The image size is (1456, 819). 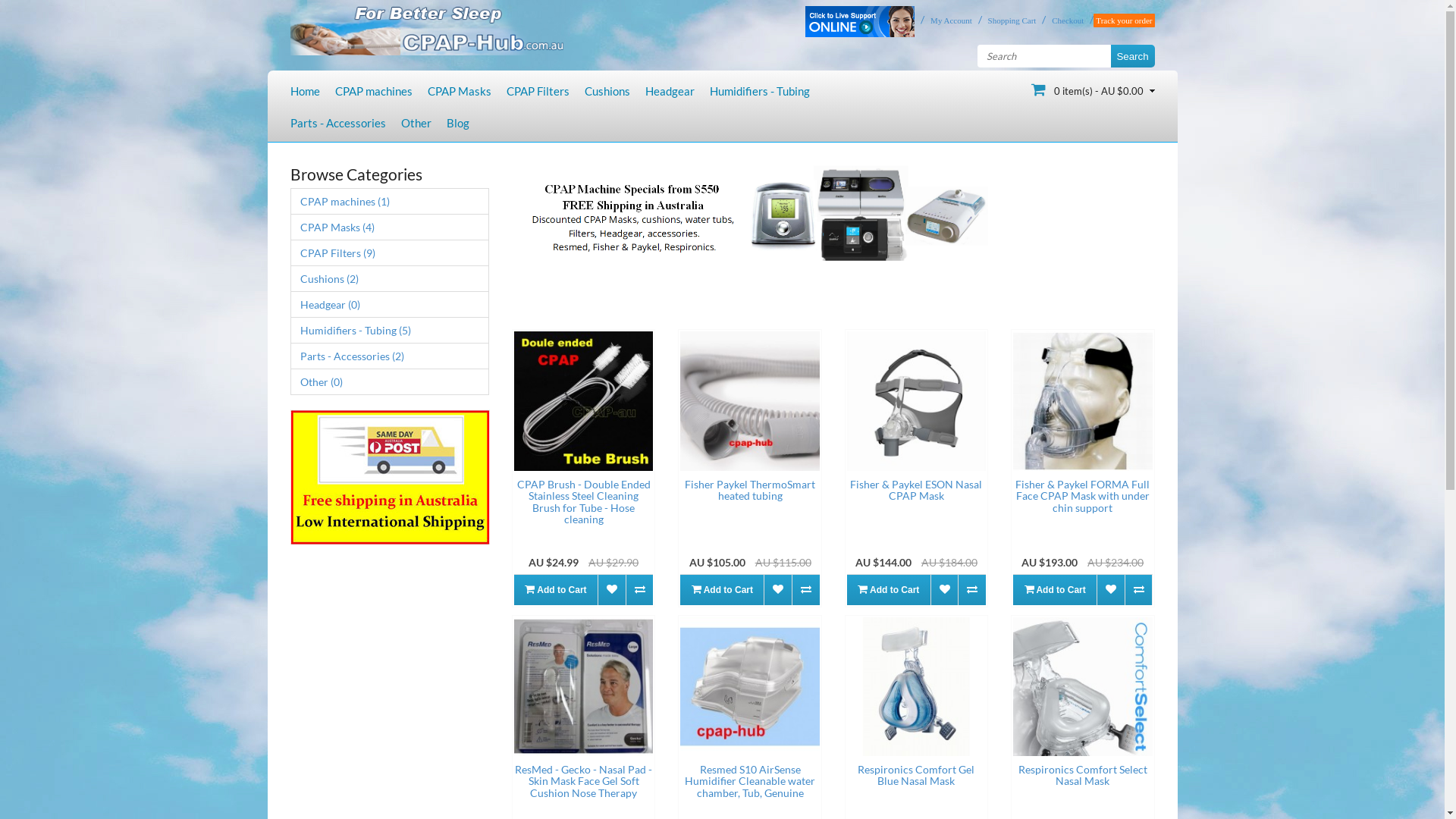 What do you see at coordinates (389, 227) in the screenshot?
I see `'CPAP Masks (4)'` at bounding box center [389, 227].